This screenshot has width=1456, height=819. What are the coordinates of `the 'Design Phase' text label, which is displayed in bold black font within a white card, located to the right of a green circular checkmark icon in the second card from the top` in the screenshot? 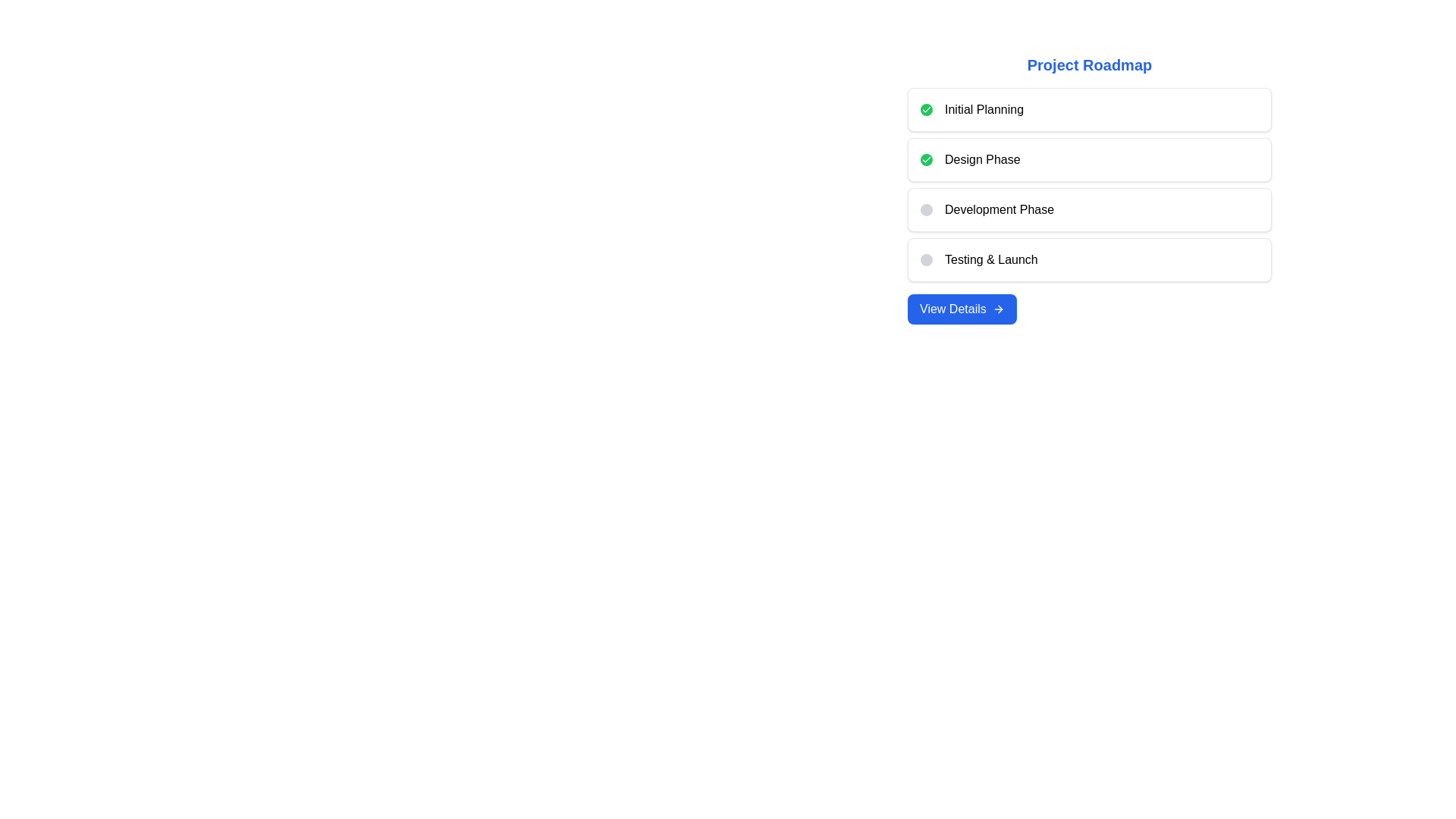 It's located at (982, 160).